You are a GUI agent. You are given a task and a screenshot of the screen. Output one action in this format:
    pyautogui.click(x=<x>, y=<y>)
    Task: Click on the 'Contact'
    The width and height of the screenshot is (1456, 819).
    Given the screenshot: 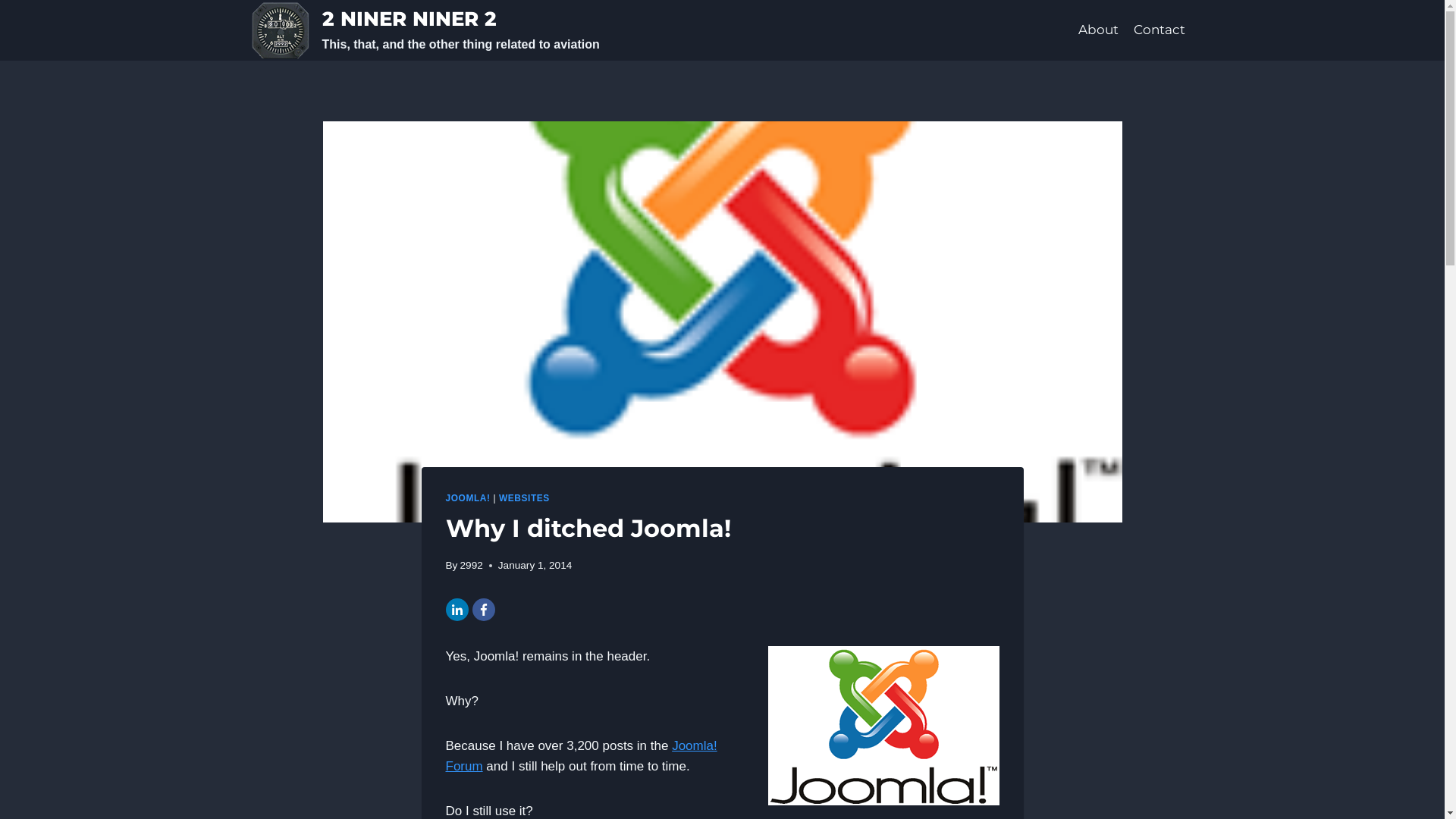 What is the action you would take?
    pyautogui.click(x=1159, y=30)
    